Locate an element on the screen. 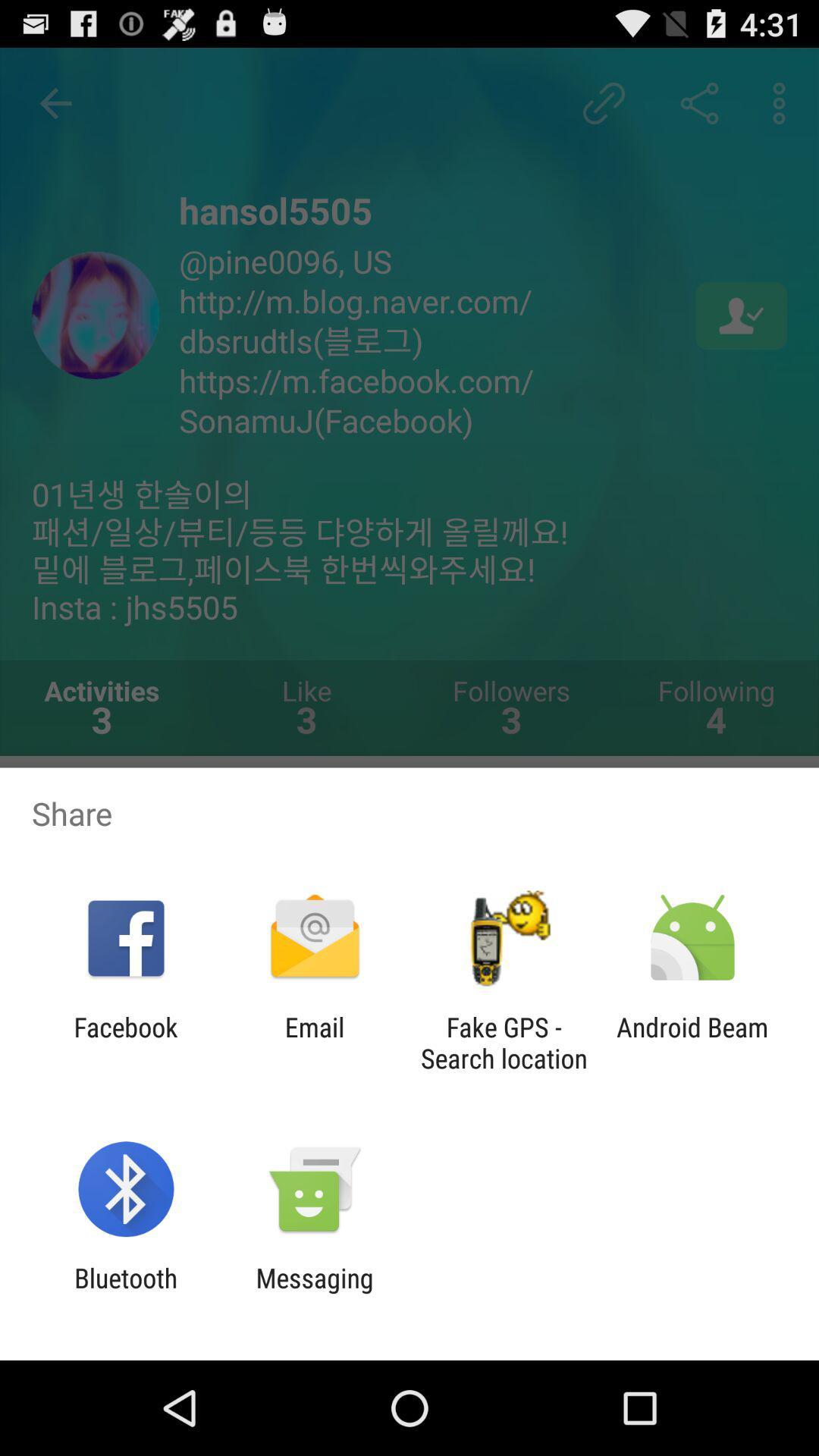  the app to the left of android beam is located at coordinates (504, 1042).